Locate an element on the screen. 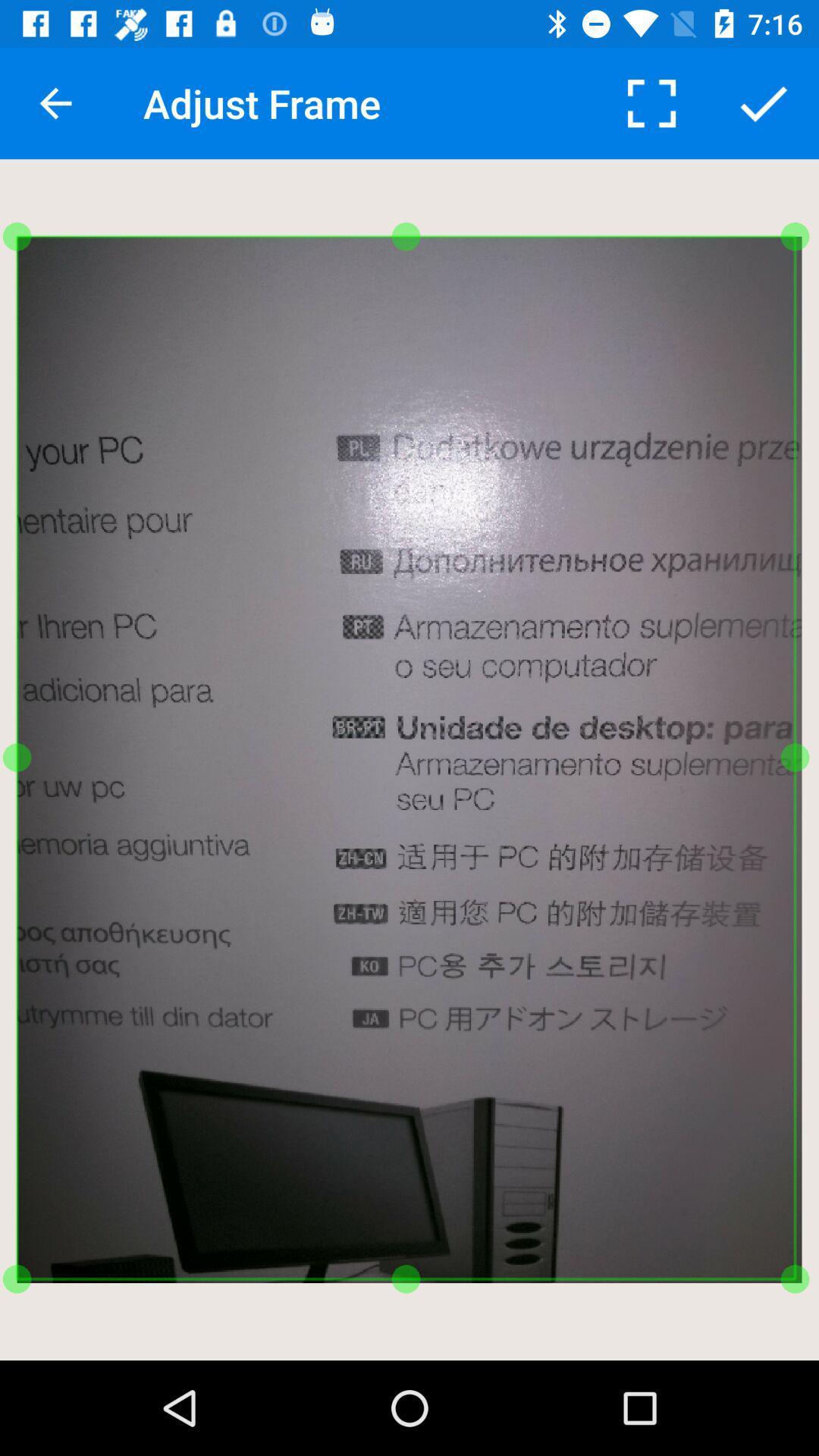 This screenshot has height=1456, width=819. the icon to the left of adjust frame item is located at coordinates (55, 102).